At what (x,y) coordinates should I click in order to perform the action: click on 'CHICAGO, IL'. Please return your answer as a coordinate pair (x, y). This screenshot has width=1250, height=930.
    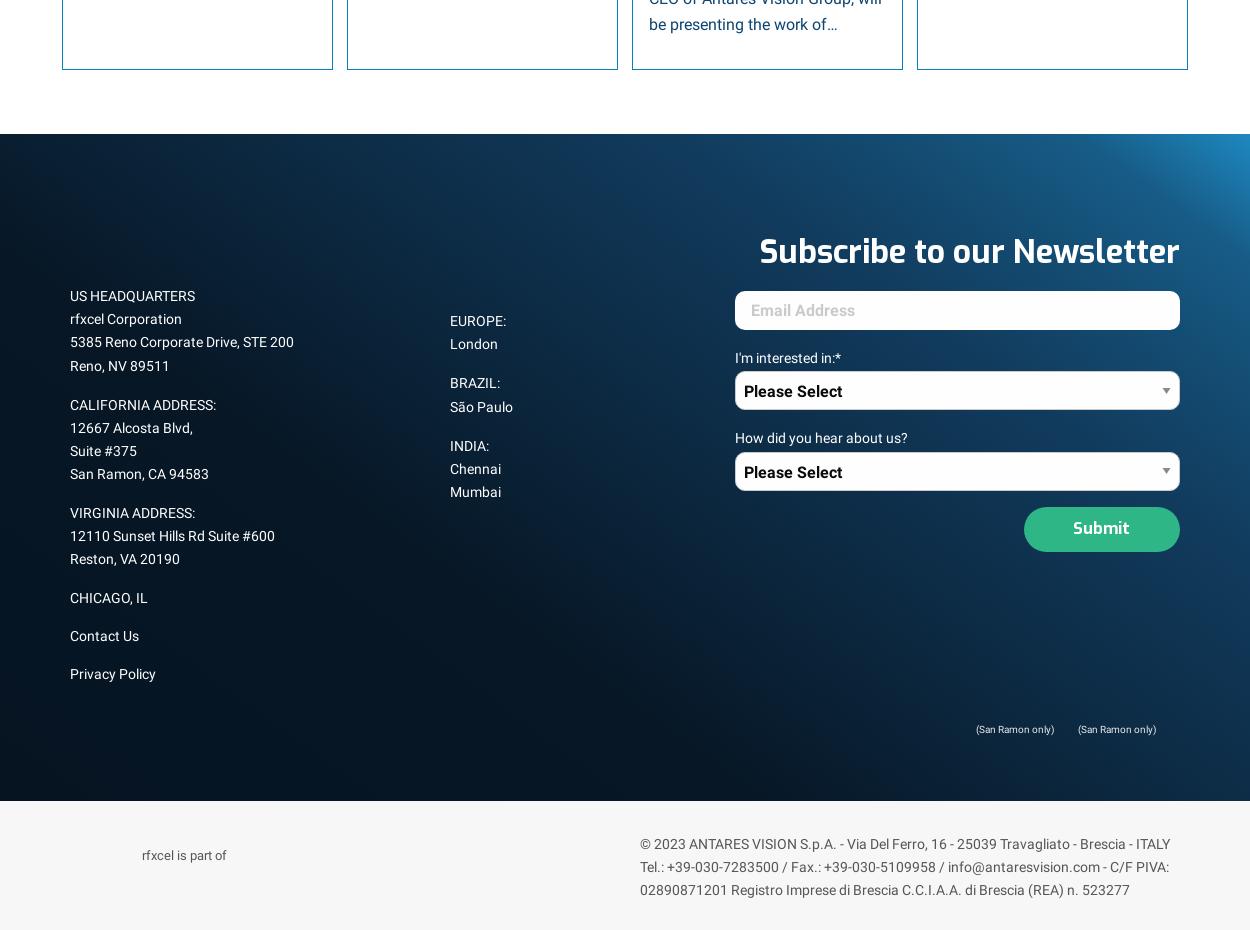
    Looking at the image, I should click on (108, 597).